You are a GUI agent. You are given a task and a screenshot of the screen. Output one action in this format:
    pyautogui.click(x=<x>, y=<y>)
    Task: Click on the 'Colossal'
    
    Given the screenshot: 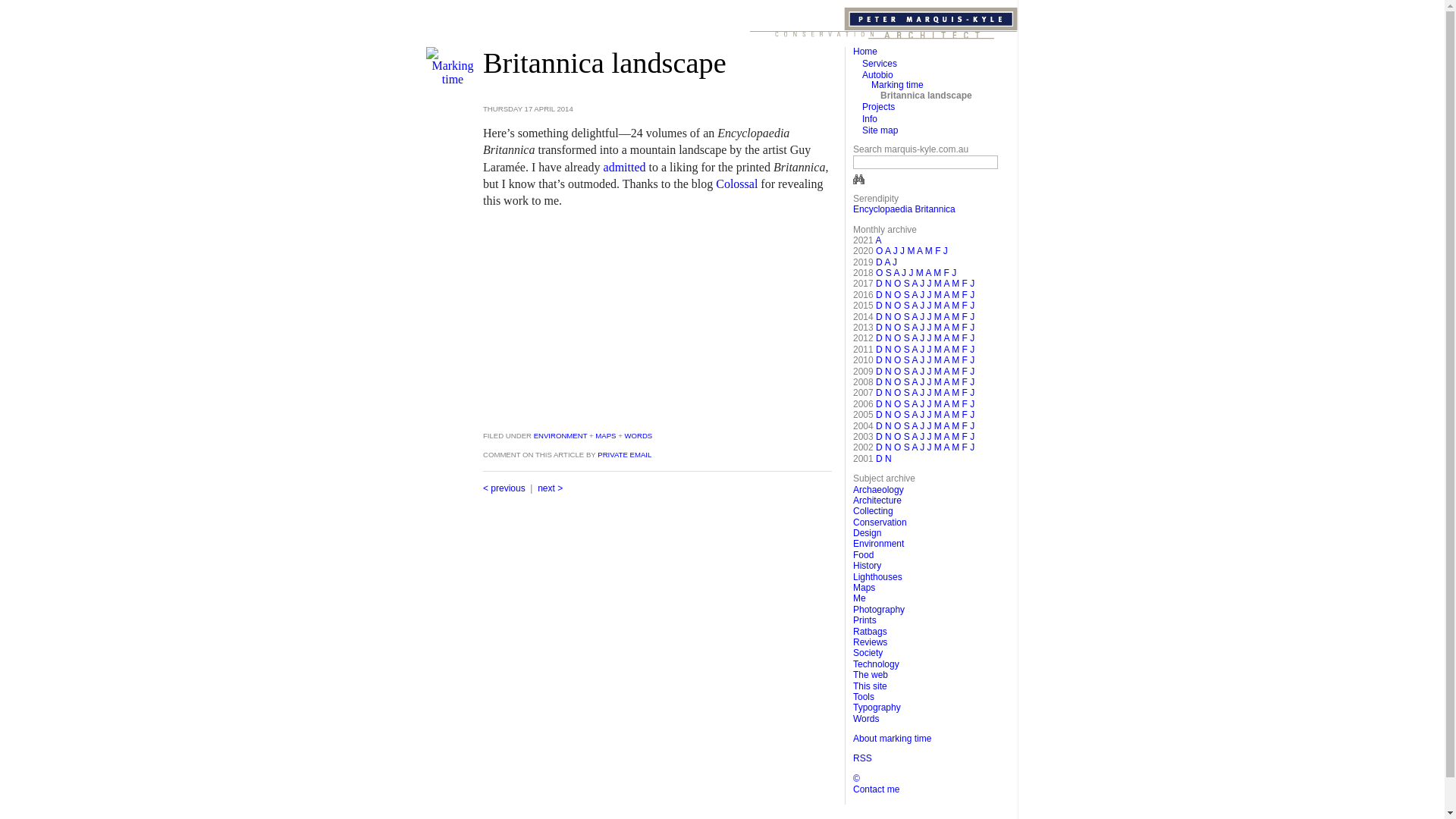 What is the action you would take?
    pyautogui.click(x=736, y=183)
    